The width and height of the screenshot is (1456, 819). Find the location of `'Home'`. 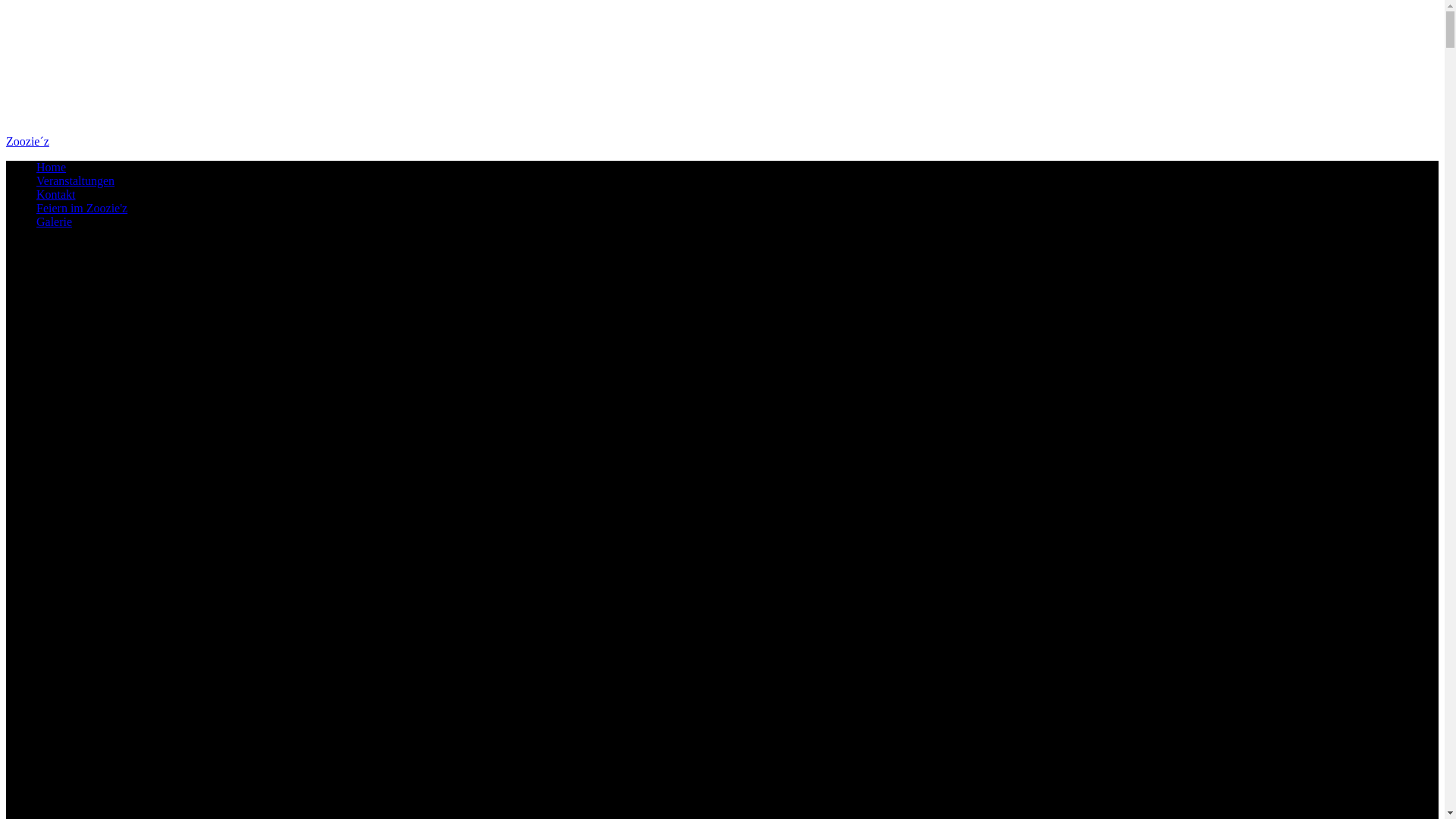

'Home' is located at coordinates (51, 167).